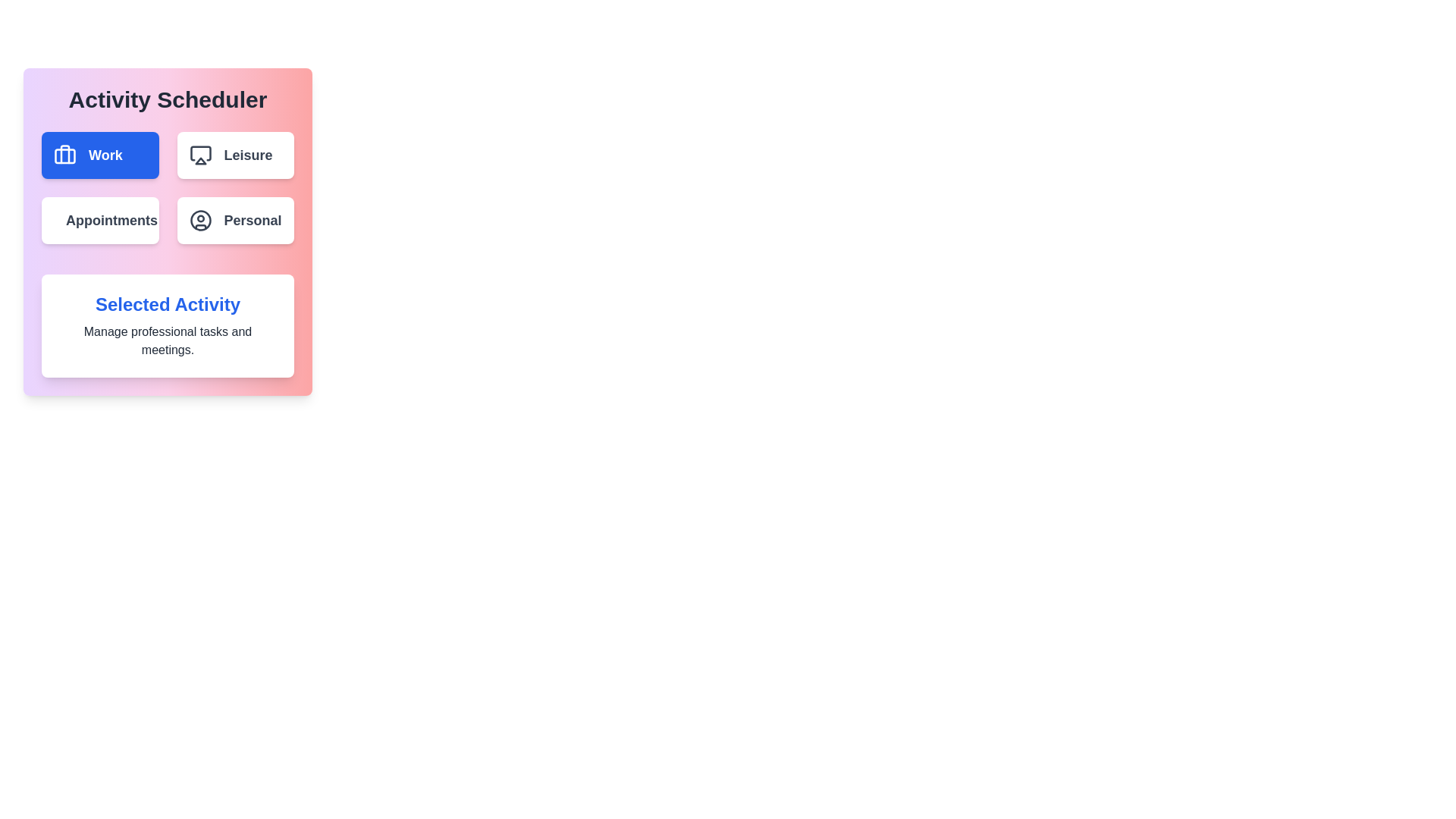 The width and height of the screenshot is (1456, 819). What do you see at coordinates (105, 155) in the screenshot?
I see `the text label indicating the 'Work' category, which is located to the right of the briefcase icon in the top-left quadrant of the interface` at bounding box center [105, 155].